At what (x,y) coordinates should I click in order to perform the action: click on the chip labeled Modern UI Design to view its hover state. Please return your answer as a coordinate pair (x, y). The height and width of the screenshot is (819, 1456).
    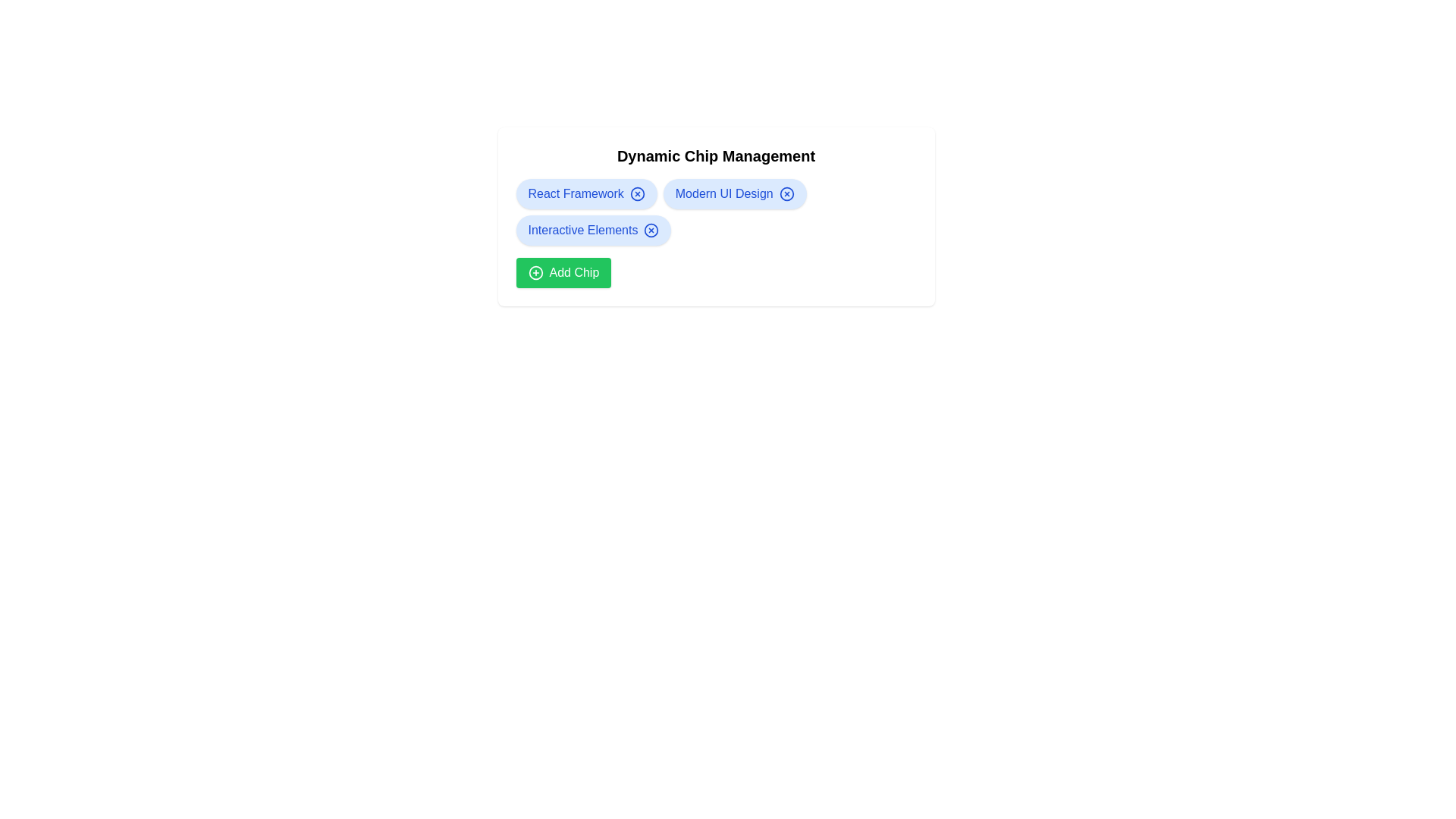
    Looking at the image, I should click on (735, 193).